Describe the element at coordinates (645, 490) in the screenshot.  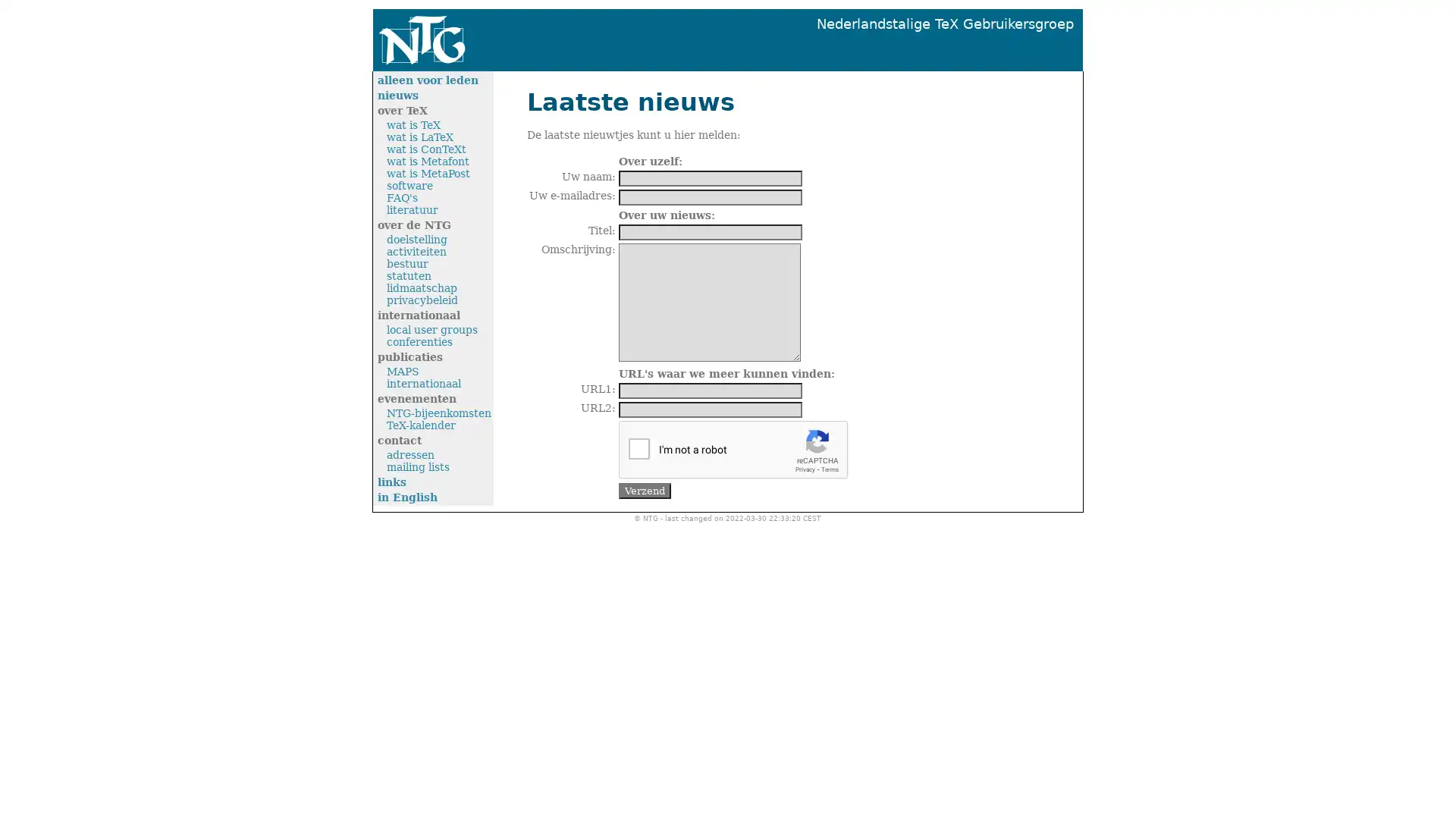
I see `Verzend` at that location.